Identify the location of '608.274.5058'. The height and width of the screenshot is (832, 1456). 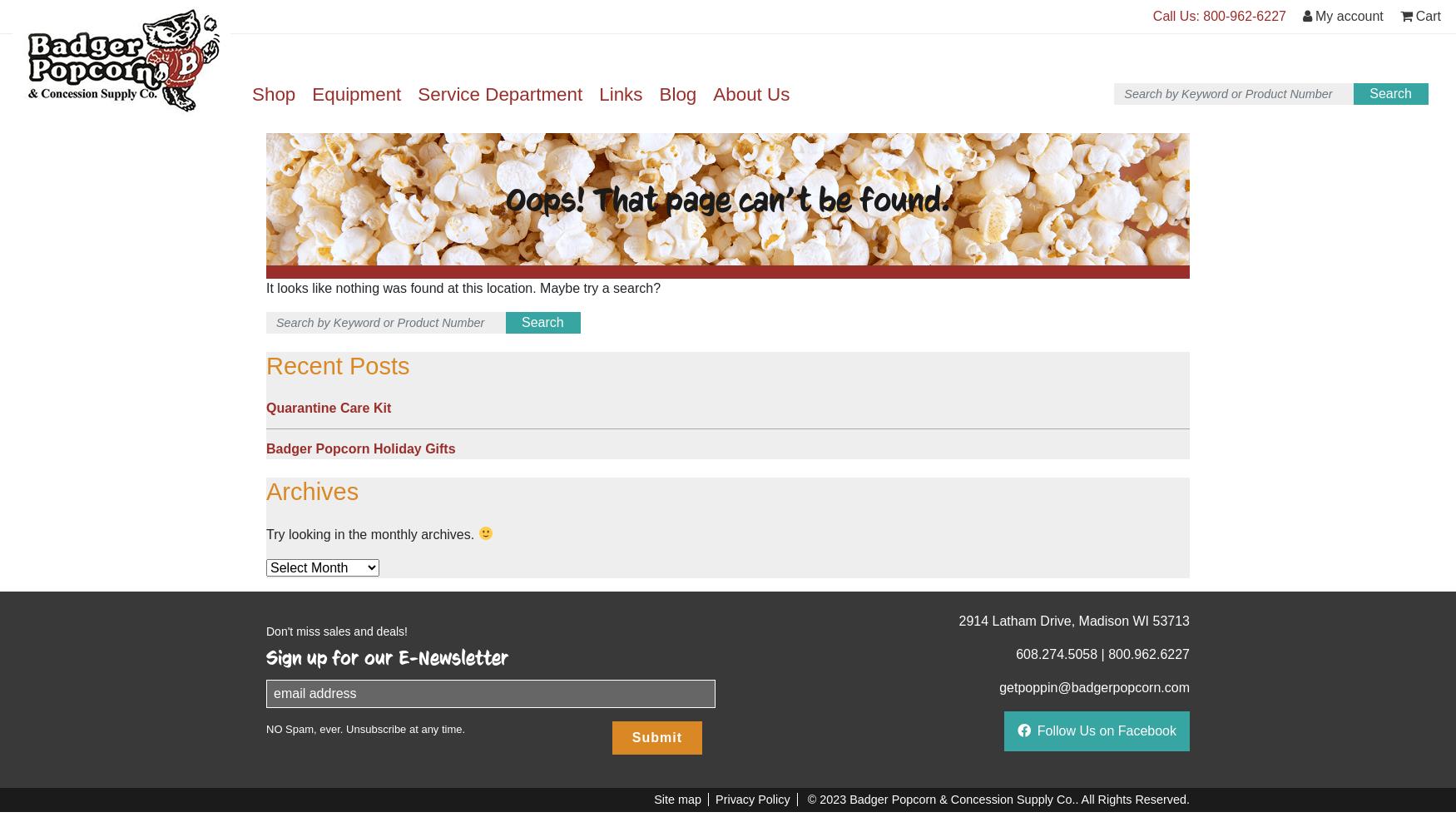
(1055, 653).